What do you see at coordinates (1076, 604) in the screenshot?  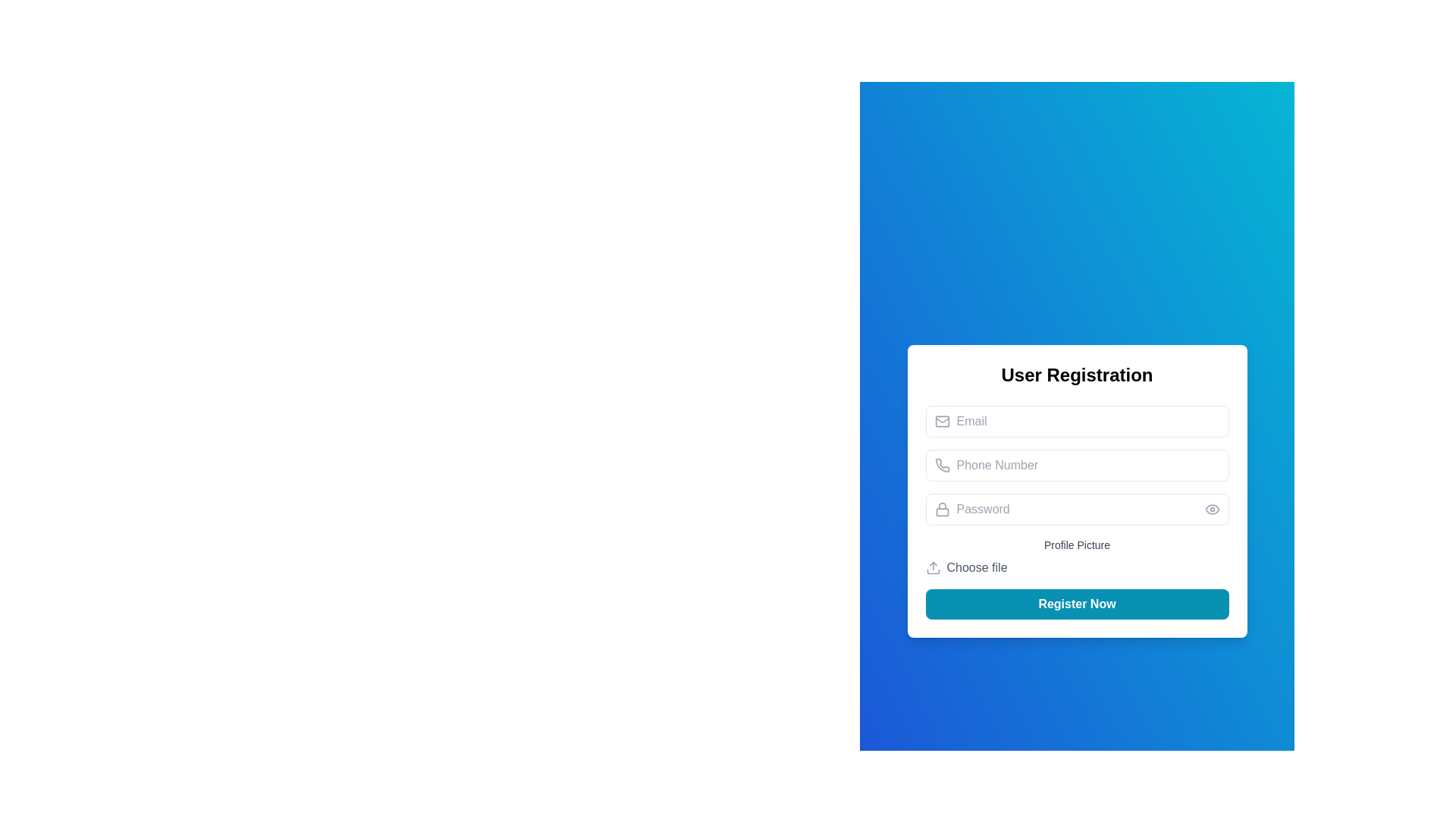 I see `the 'Register Now' button with a cyan background located at the bottom of the User Registration form` at bounding box center [1076, 604].